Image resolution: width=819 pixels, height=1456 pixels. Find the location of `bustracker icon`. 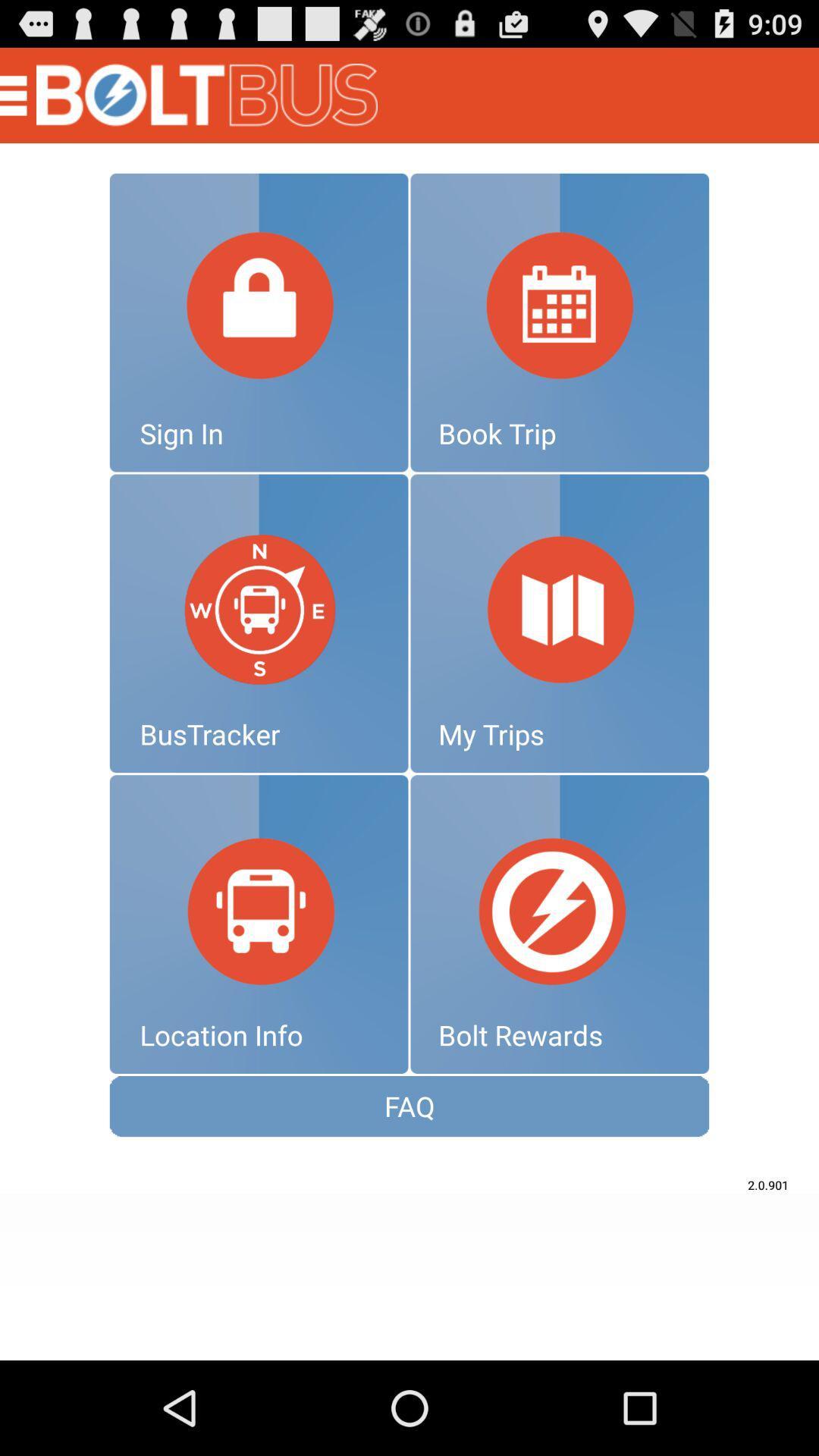

bustracker icon is located at coordinates (258, 623).